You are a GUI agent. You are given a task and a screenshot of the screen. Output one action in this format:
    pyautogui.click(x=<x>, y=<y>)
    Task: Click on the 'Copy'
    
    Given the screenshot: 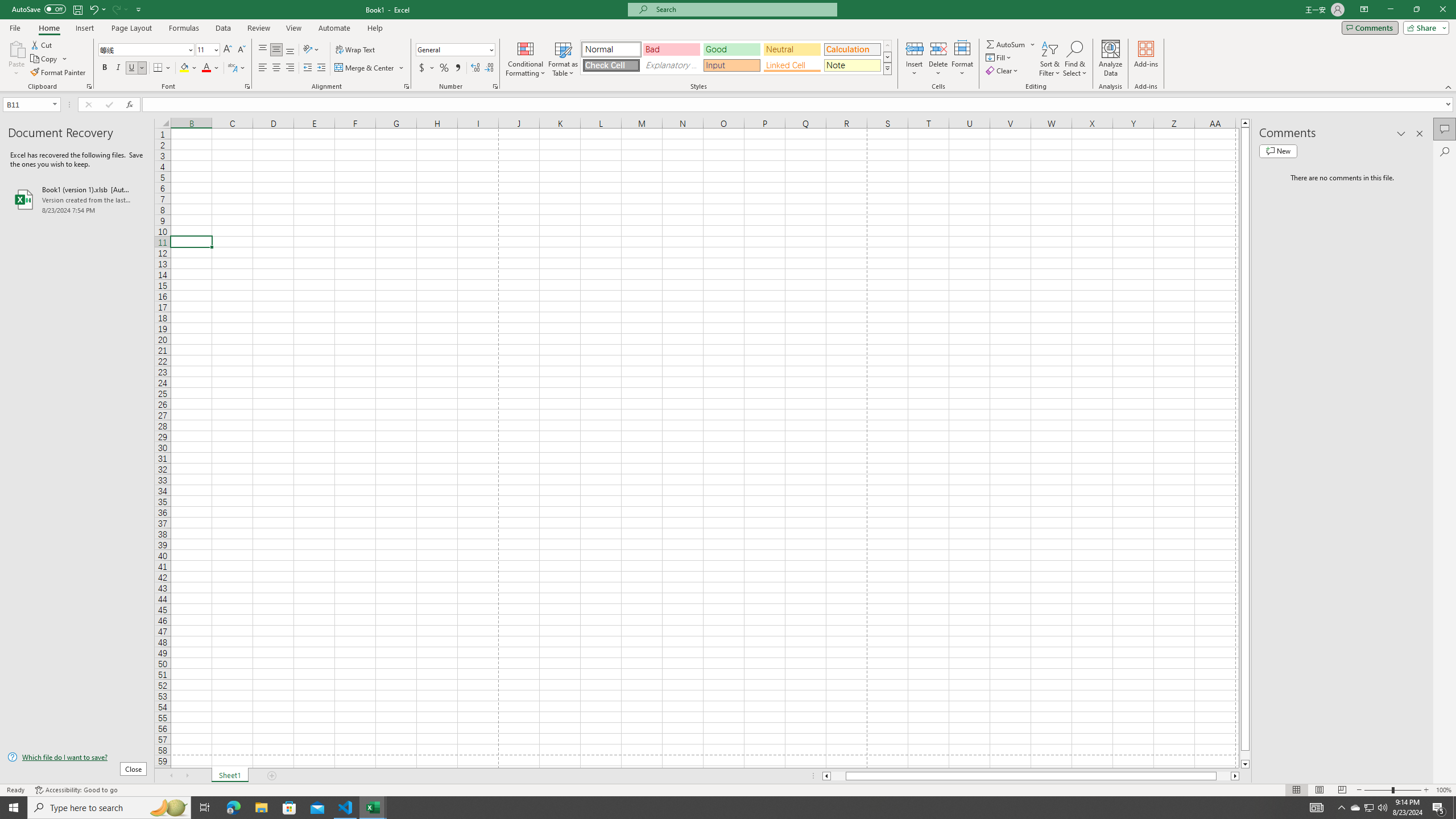 What is the action you would take?
    pyautogui.click(x=49, y=59)
    